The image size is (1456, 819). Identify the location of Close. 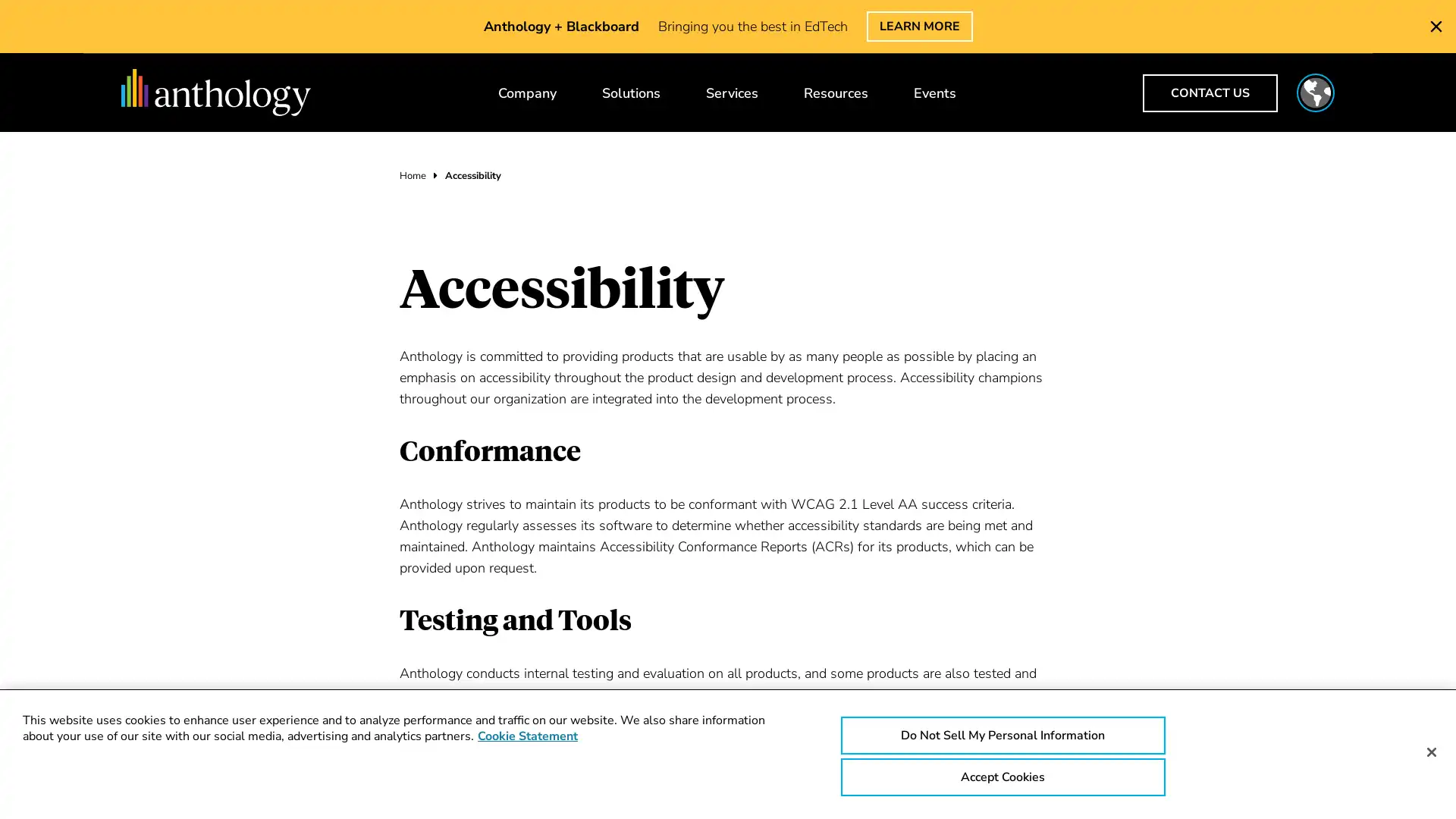
(1430, 752).